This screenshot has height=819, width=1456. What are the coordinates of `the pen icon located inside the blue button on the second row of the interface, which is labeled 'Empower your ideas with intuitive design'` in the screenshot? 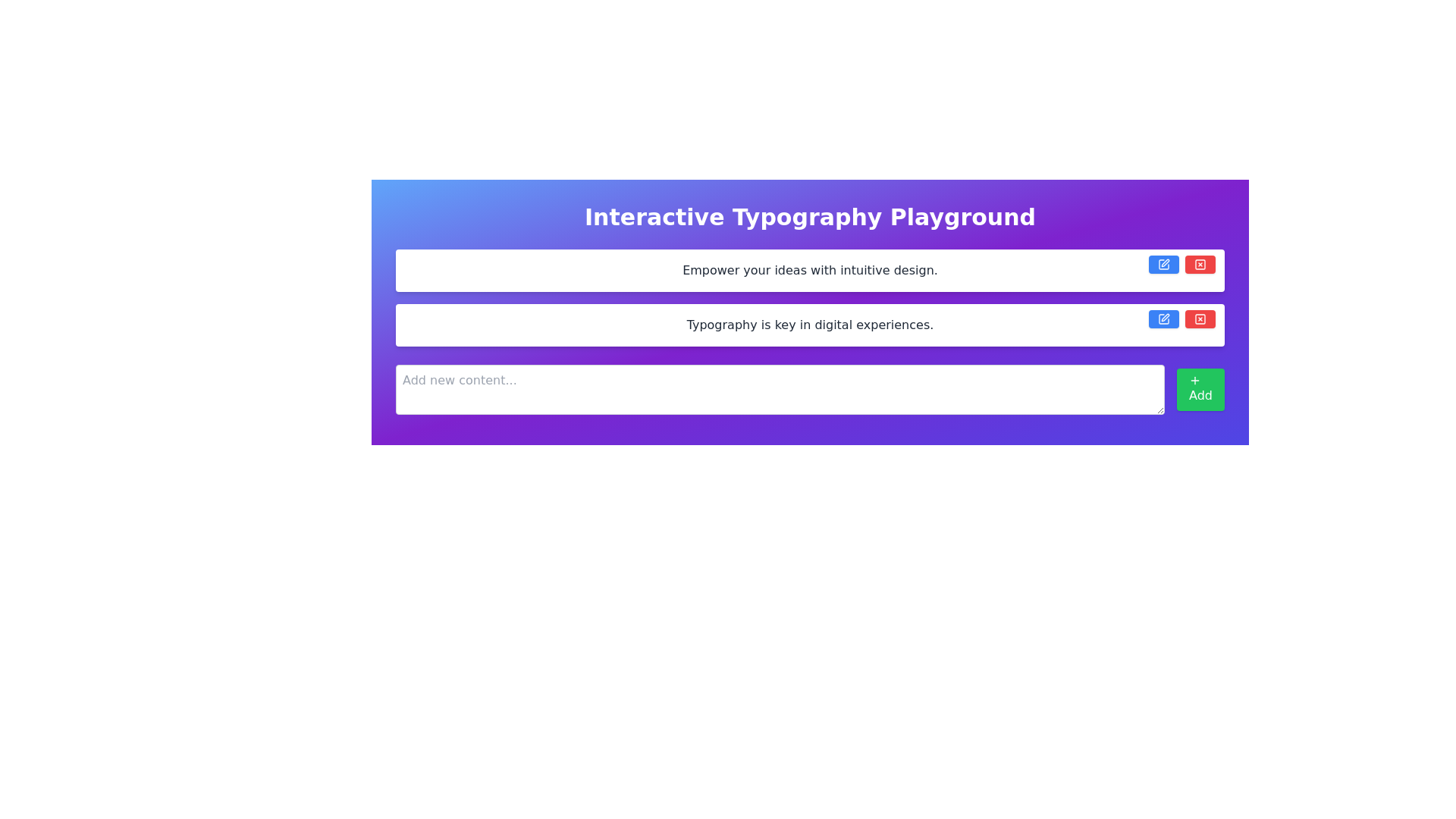 It's located at (1163, 263).